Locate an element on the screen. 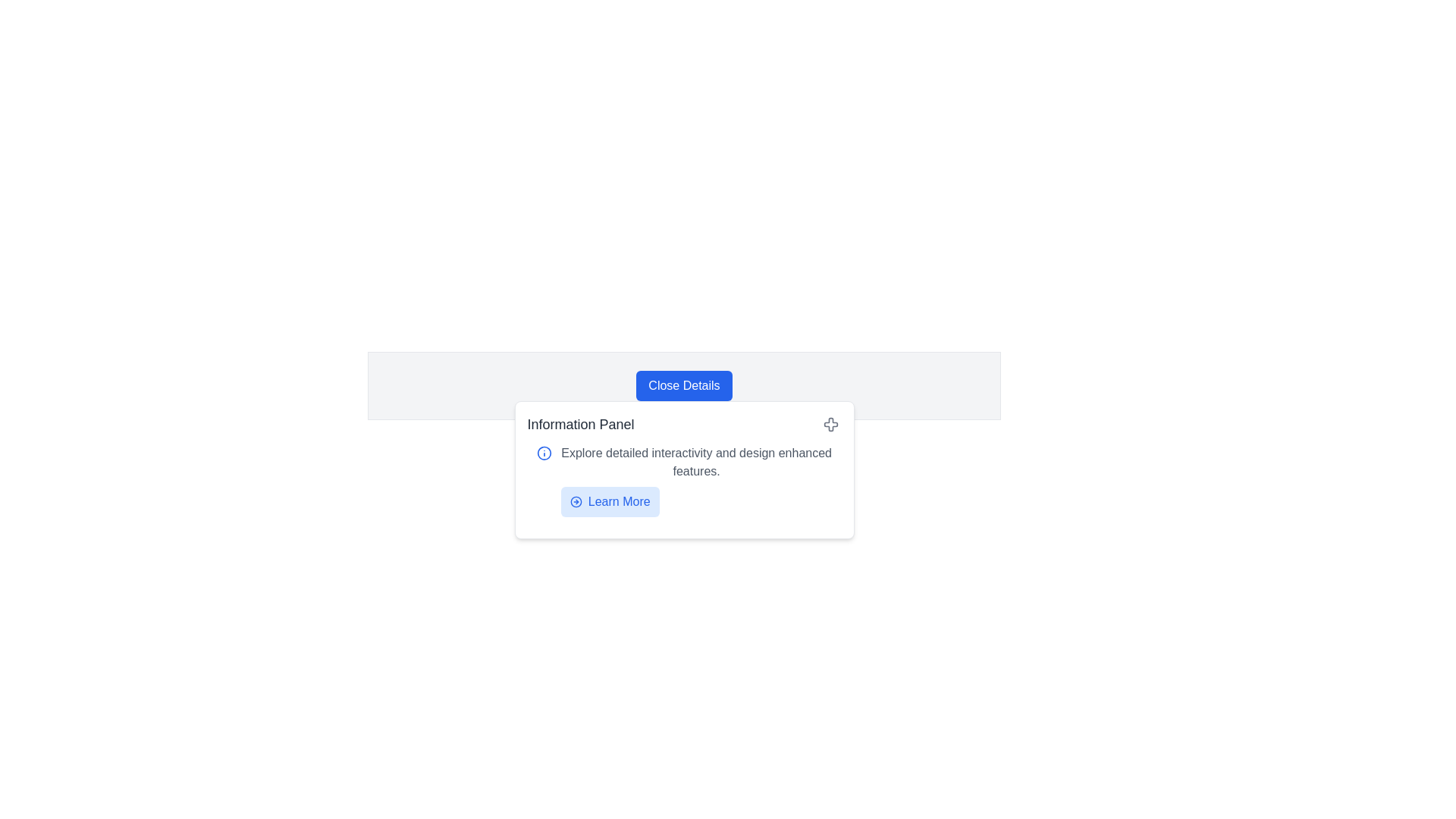  the 'Learn More' text element styled with a blue font, which is part of a button-like component at the bottom of an informational card is located at coordinates (619, 502).